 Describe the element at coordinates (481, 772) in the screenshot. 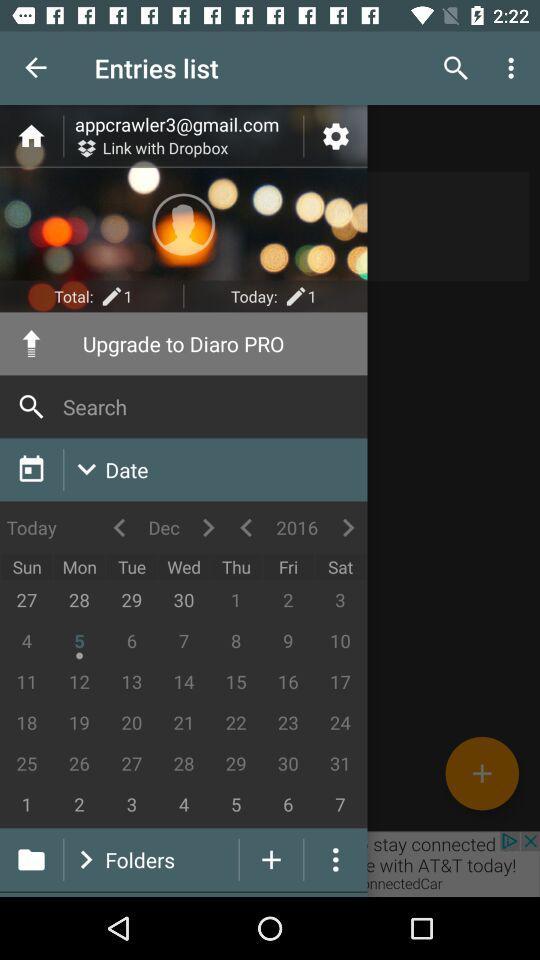

I see `the add icon` at that location.